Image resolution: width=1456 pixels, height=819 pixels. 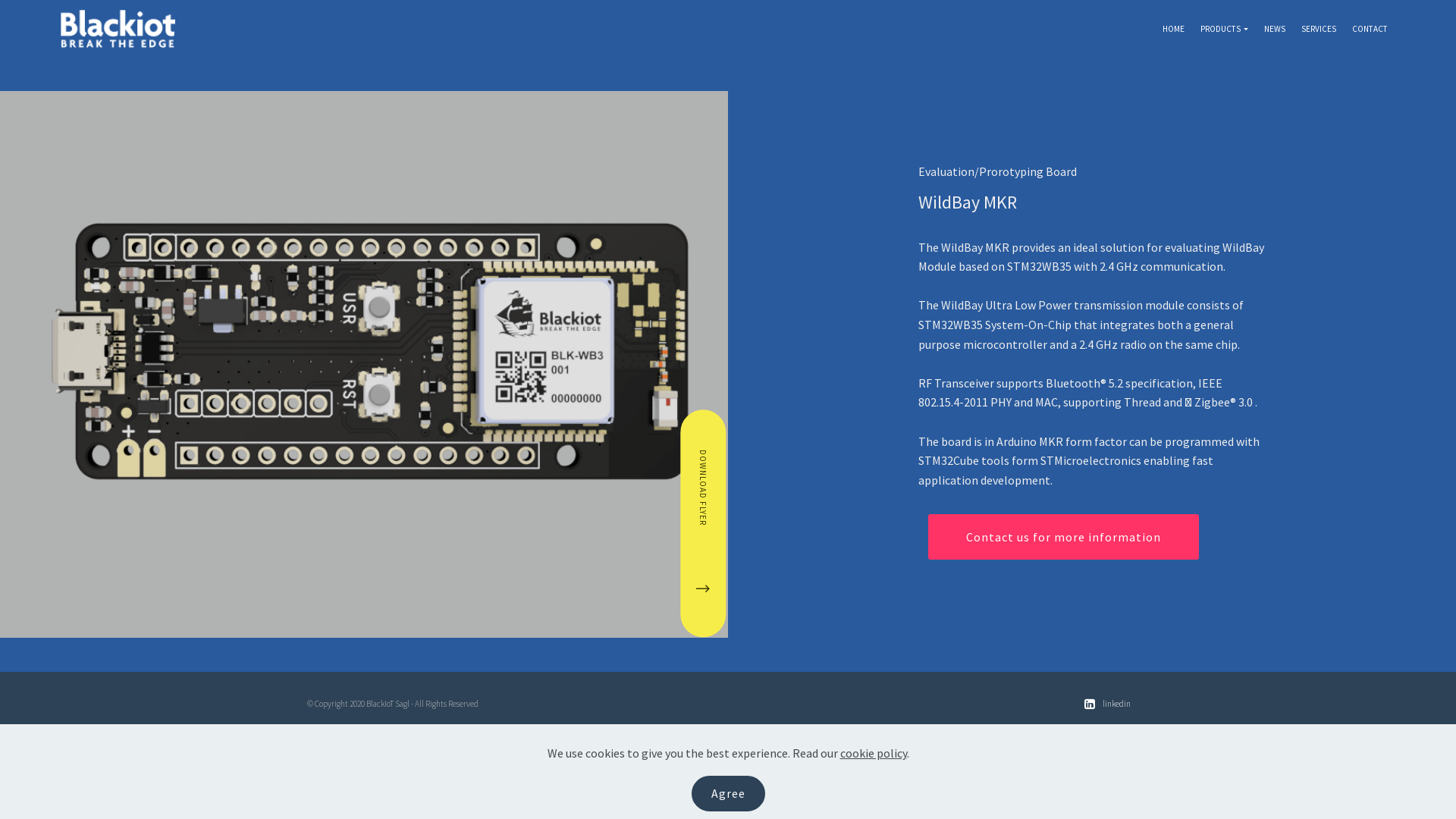 What do you see at coordinates (1351, 29) in the screenshot?
I see `'CONTACT'` at bounding box center [1351, 29].